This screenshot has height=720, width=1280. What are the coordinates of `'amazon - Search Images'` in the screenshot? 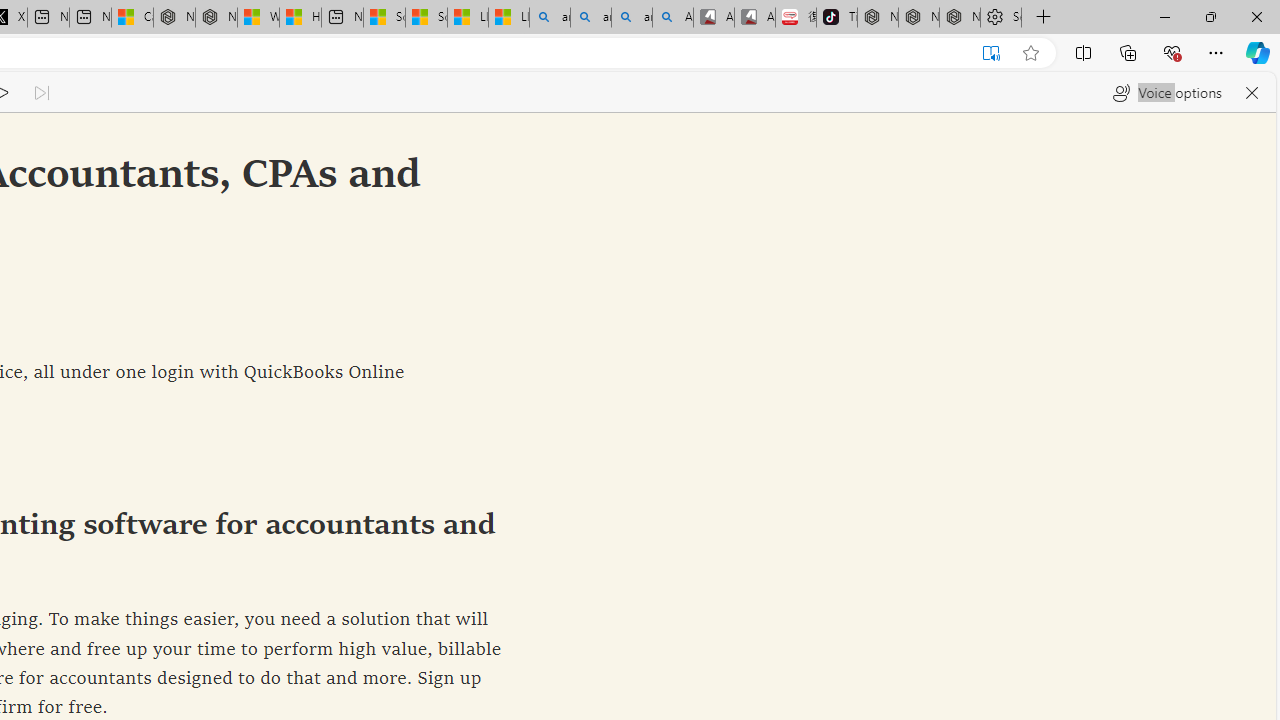 It's located at (630, 17).